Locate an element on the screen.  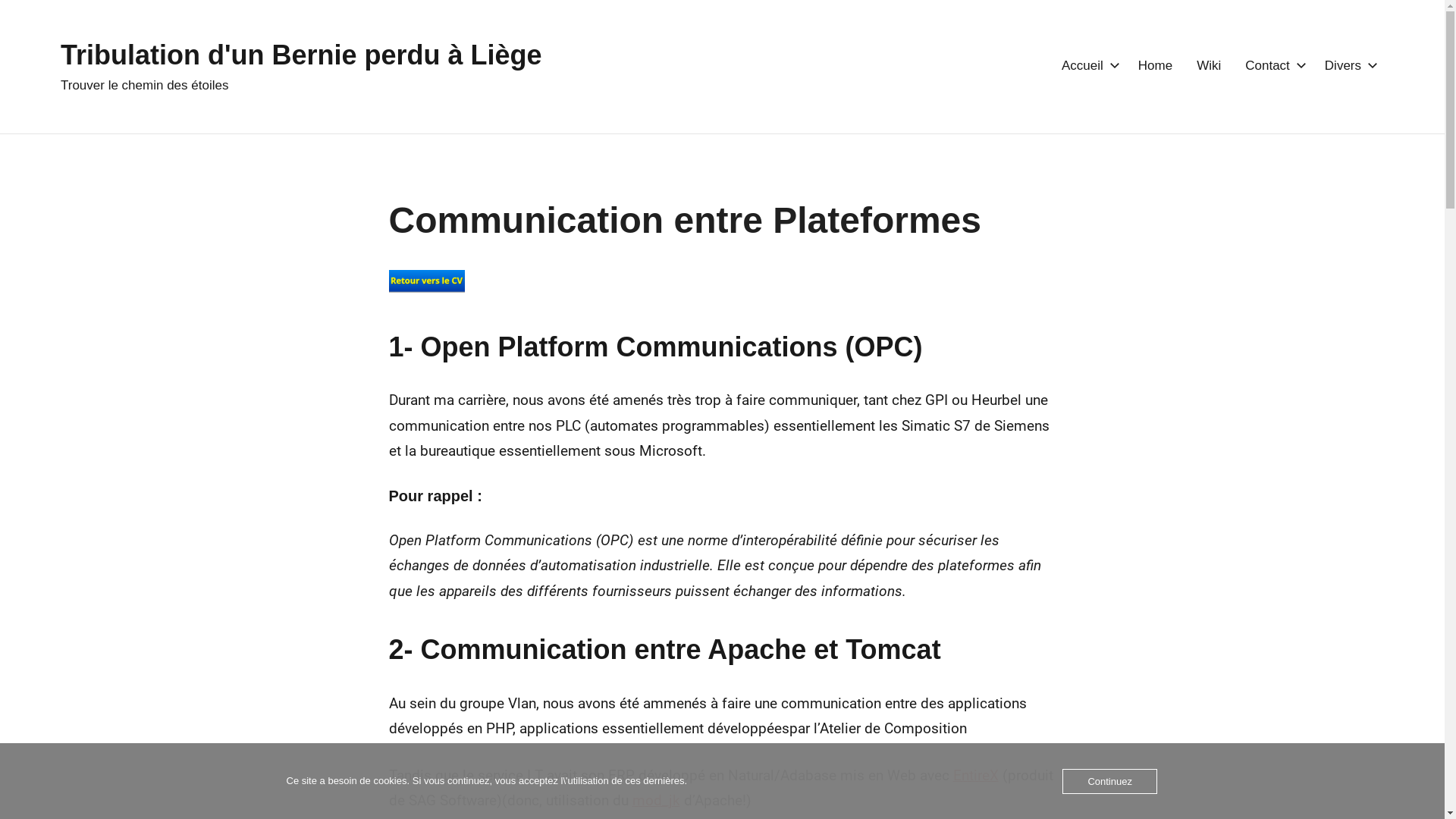
'Accueil' is located at coordinates (1087, 65).